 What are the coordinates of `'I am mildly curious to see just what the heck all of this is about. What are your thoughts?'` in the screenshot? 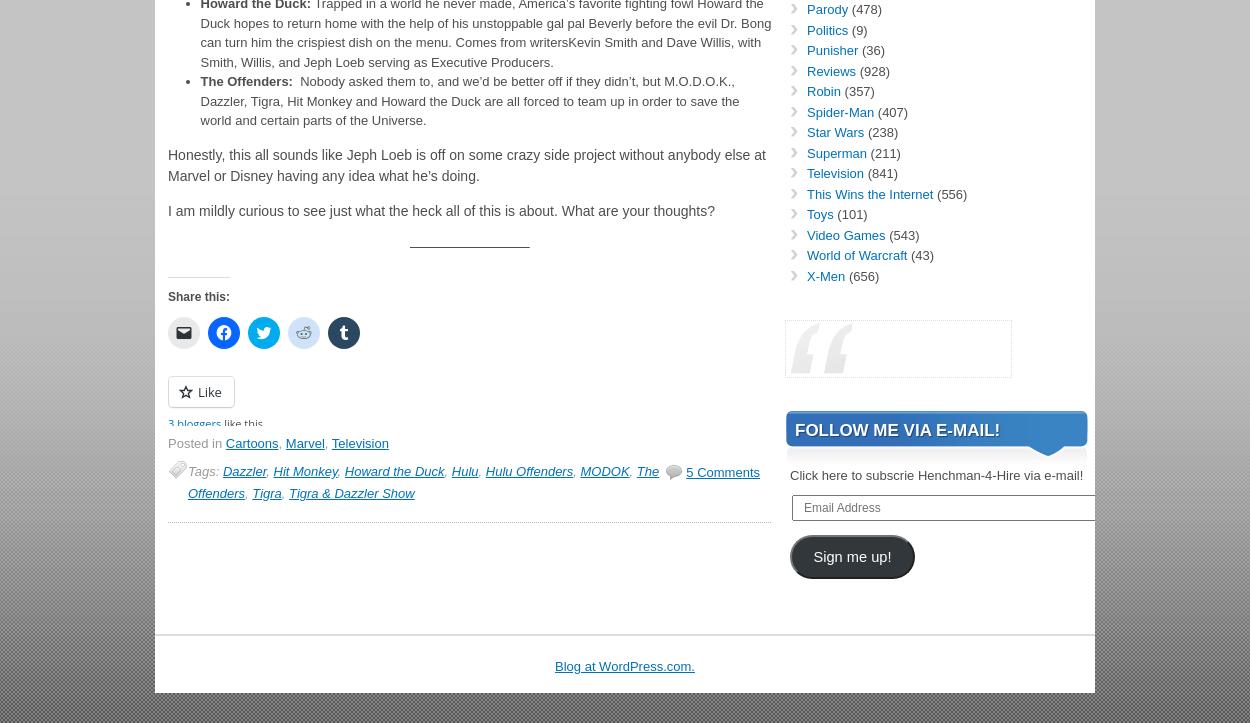 It's located at (440, 210).